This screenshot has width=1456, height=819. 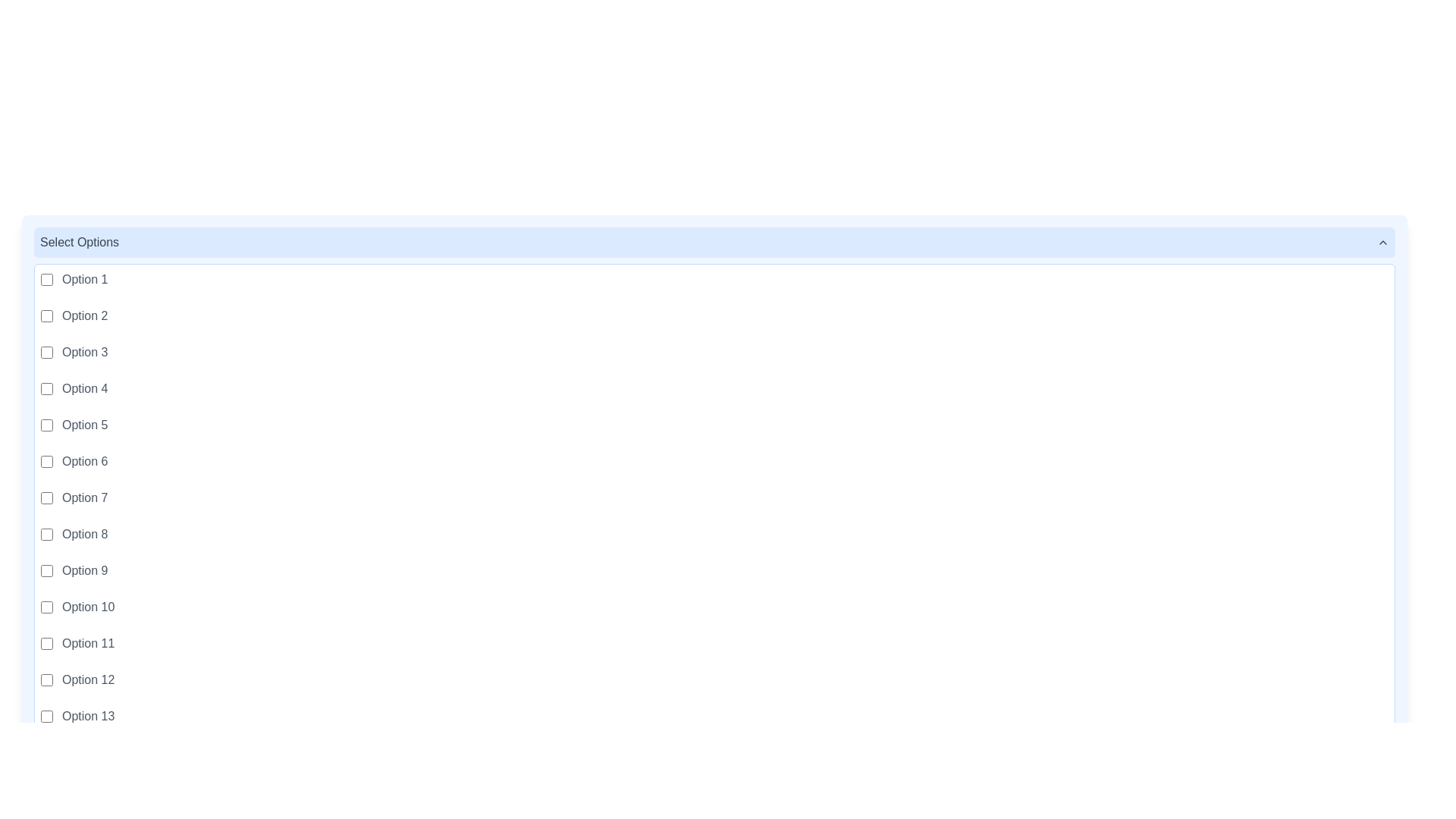 What do you see at coordinates (84, 388) in the screenshot?
I see `the text label displaying 'Option 4', which is styled in gray and positioned centrally in a vertical list, to read its content` at bounding box center [84, 388].